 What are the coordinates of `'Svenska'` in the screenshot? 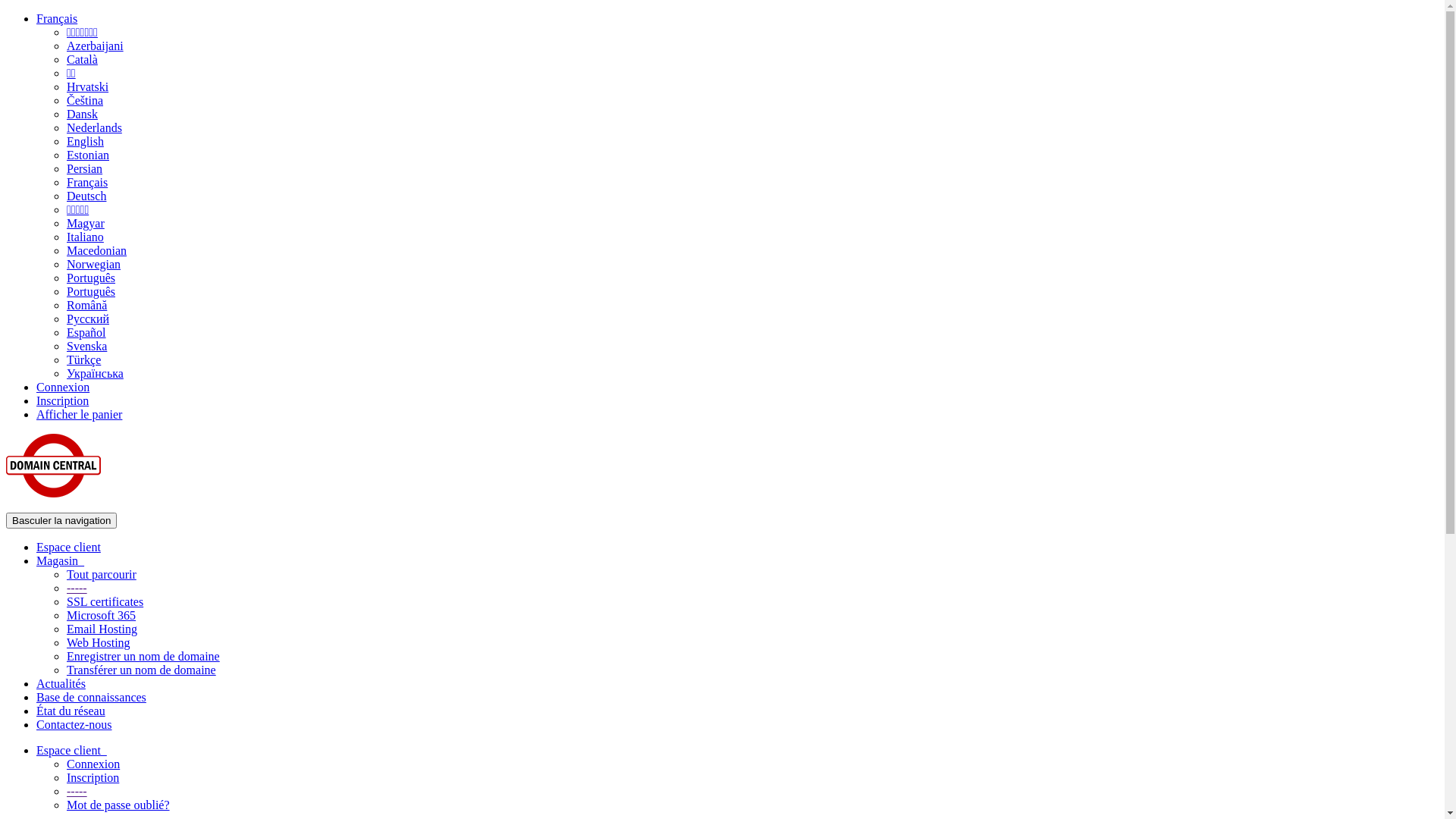 It's located at (65, 346).